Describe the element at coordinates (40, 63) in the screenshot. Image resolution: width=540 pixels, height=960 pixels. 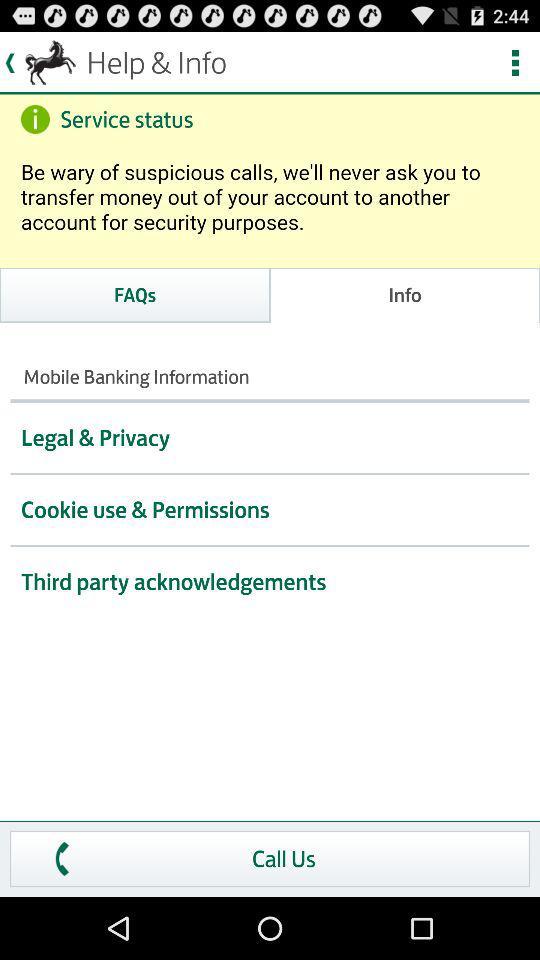
I see `icon which is left to the text help  info` at that location.